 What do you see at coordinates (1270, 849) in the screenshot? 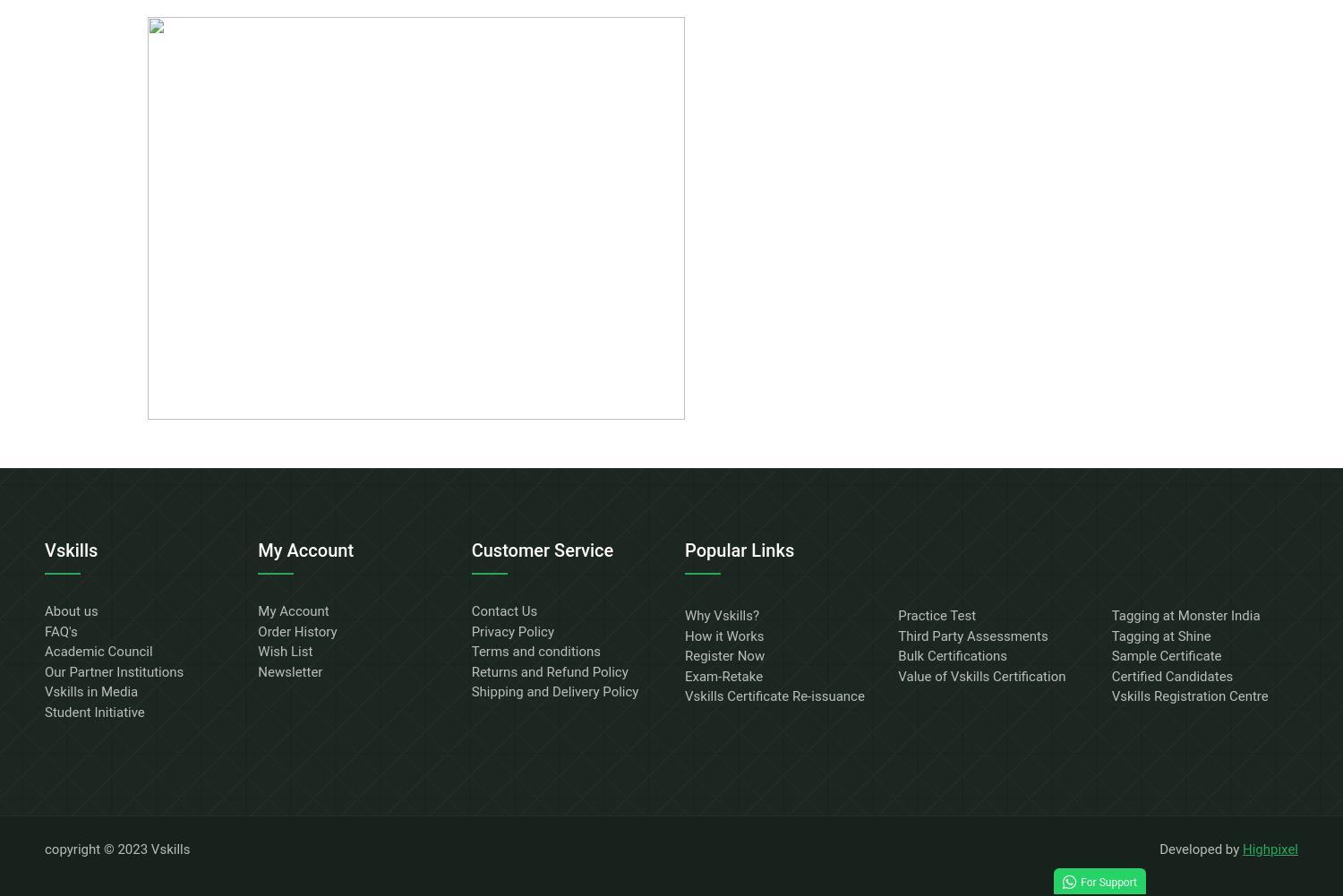
I see `'Highpixel'` at bounding box center [1270, 849].